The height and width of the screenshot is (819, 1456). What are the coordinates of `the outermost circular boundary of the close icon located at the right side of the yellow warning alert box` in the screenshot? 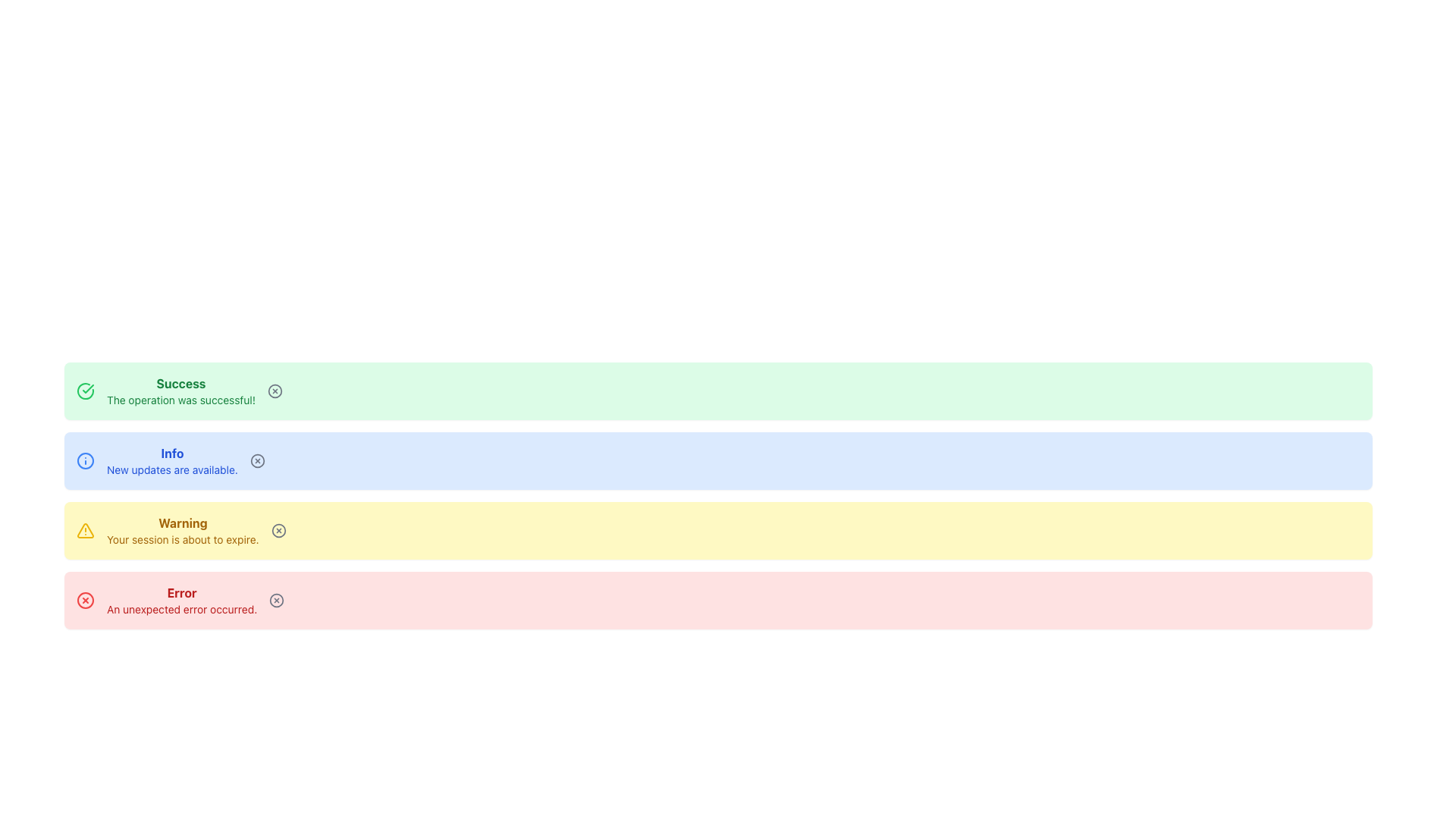 It's located at (278, 529).